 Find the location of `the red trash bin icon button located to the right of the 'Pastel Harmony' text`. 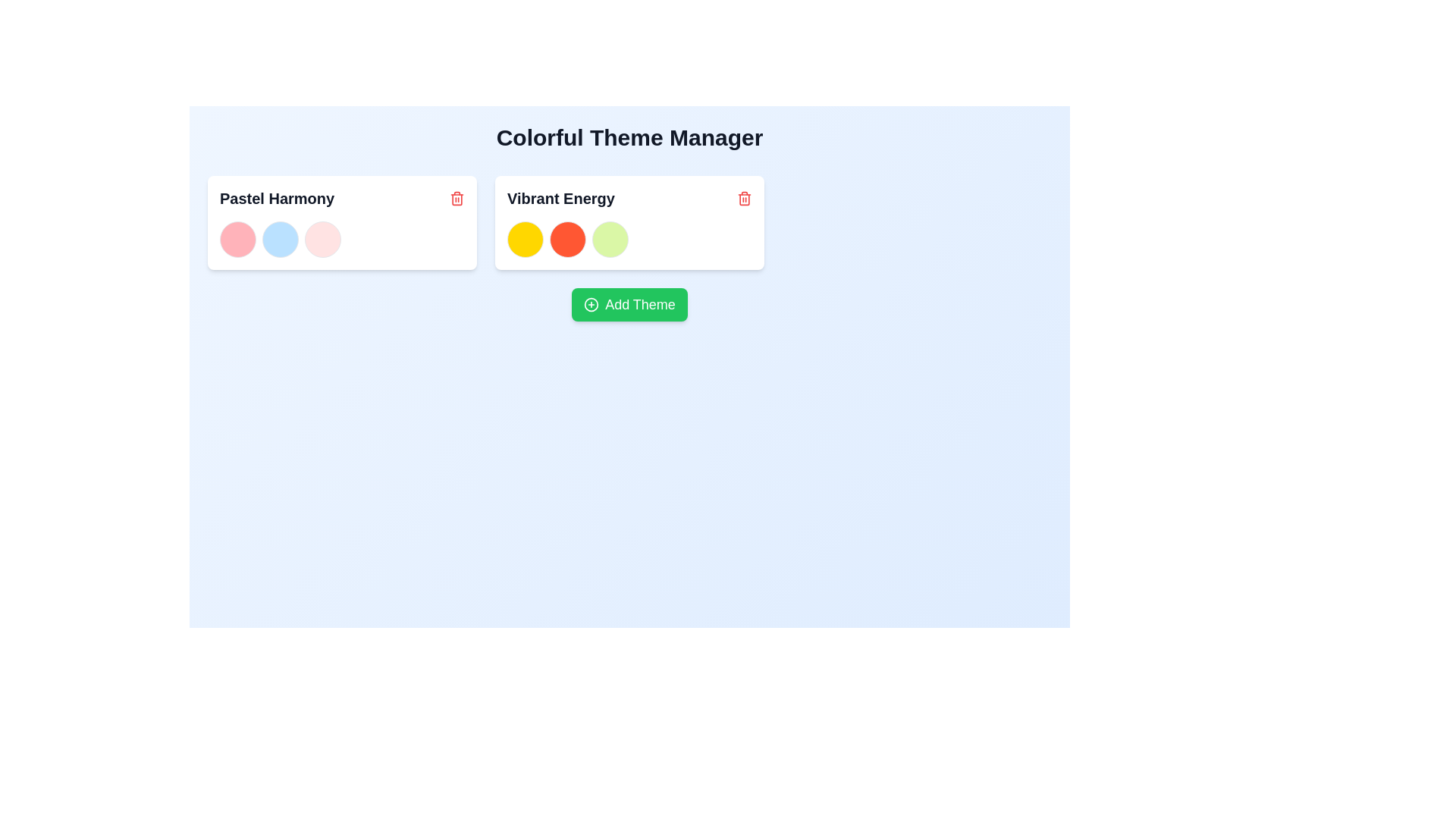

the red trash bin icon button located to the right of the 'Pastel Harmony' text is located at coordinates (457, 198).